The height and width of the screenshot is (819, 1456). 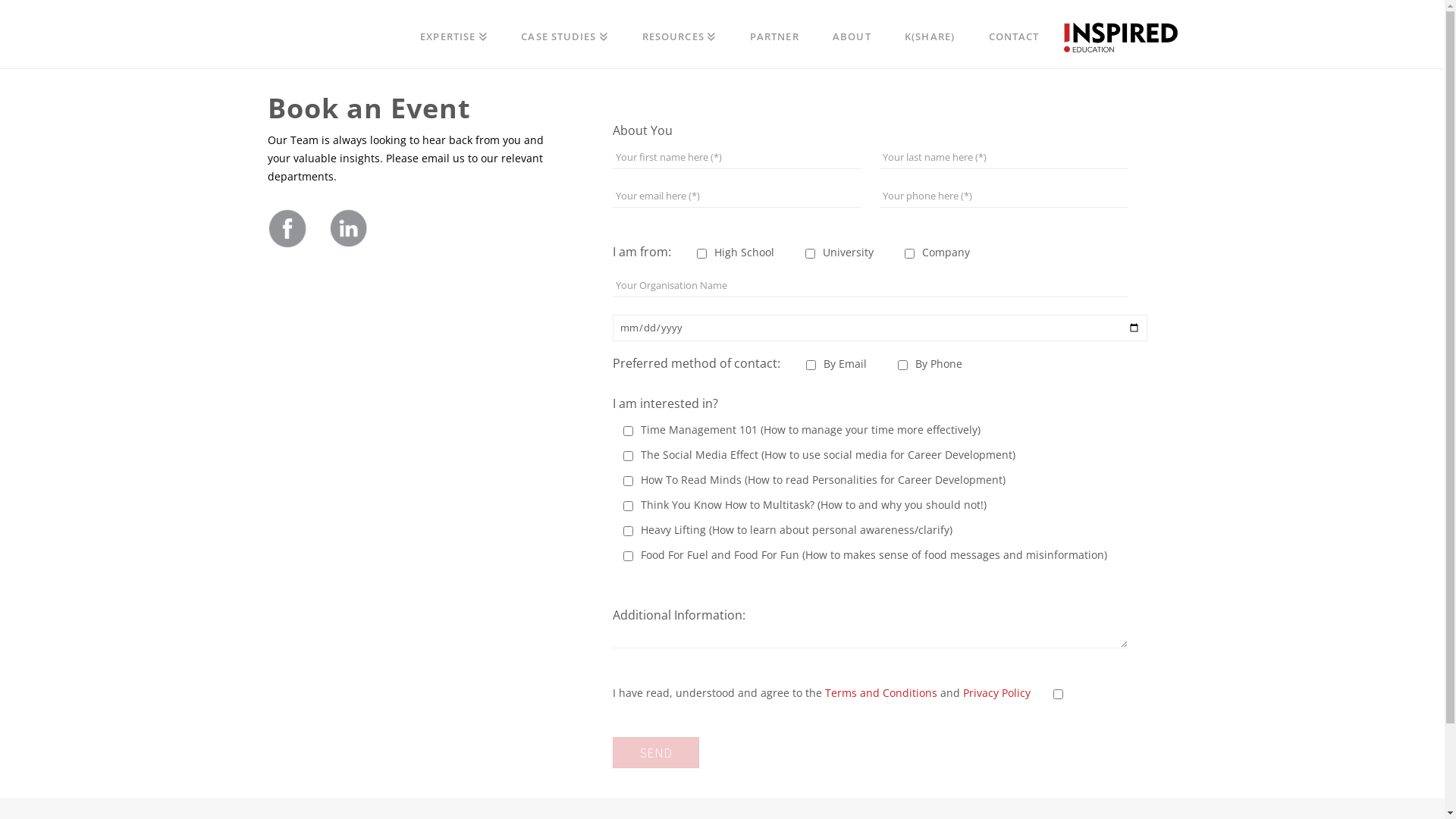 What do you see at coordinates (928, 34) in the screenshot?
I see `'K(SHARE)'` at bounding box center [928, 34].